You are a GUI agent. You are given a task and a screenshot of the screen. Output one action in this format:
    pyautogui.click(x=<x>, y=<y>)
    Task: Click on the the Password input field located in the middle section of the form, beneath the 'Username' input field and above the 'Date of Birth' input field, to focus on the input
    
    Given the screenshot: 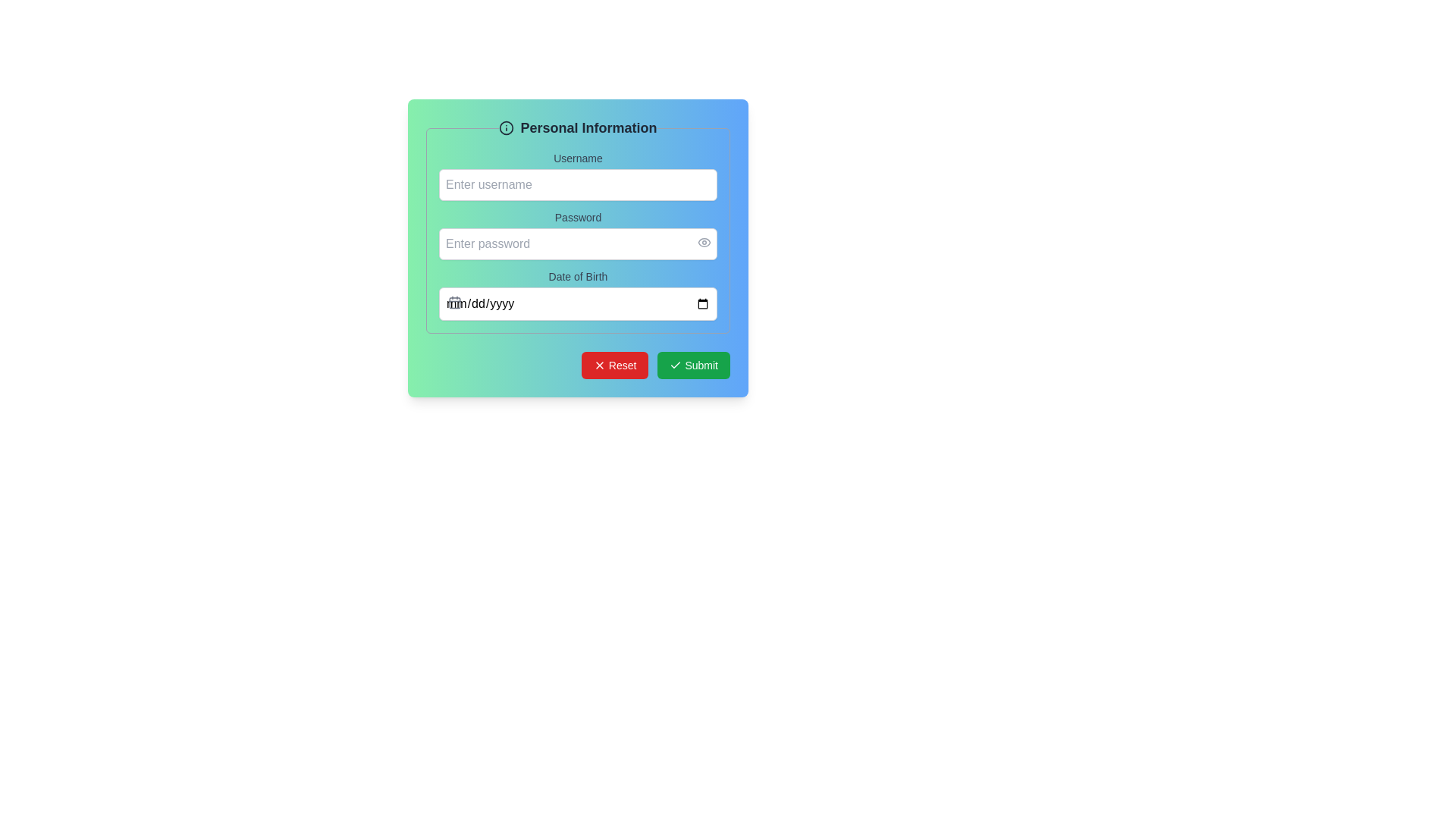 What is the action you would take?
    pyautogui.click(x=577, y=242)
    